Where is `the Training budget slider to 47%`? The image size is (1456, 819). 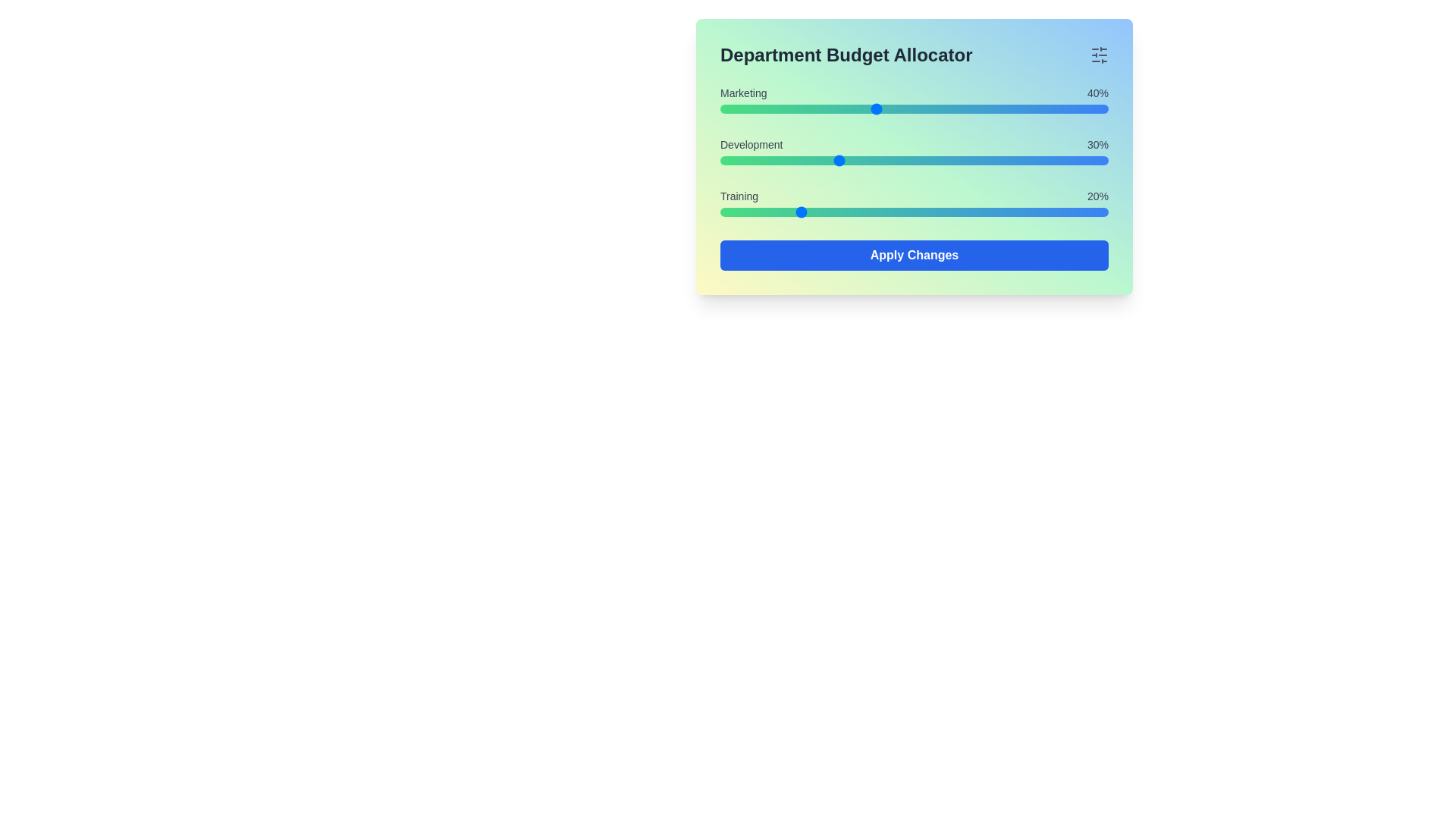
the Training budget slider to 47% is located at coordinates (902, 212).